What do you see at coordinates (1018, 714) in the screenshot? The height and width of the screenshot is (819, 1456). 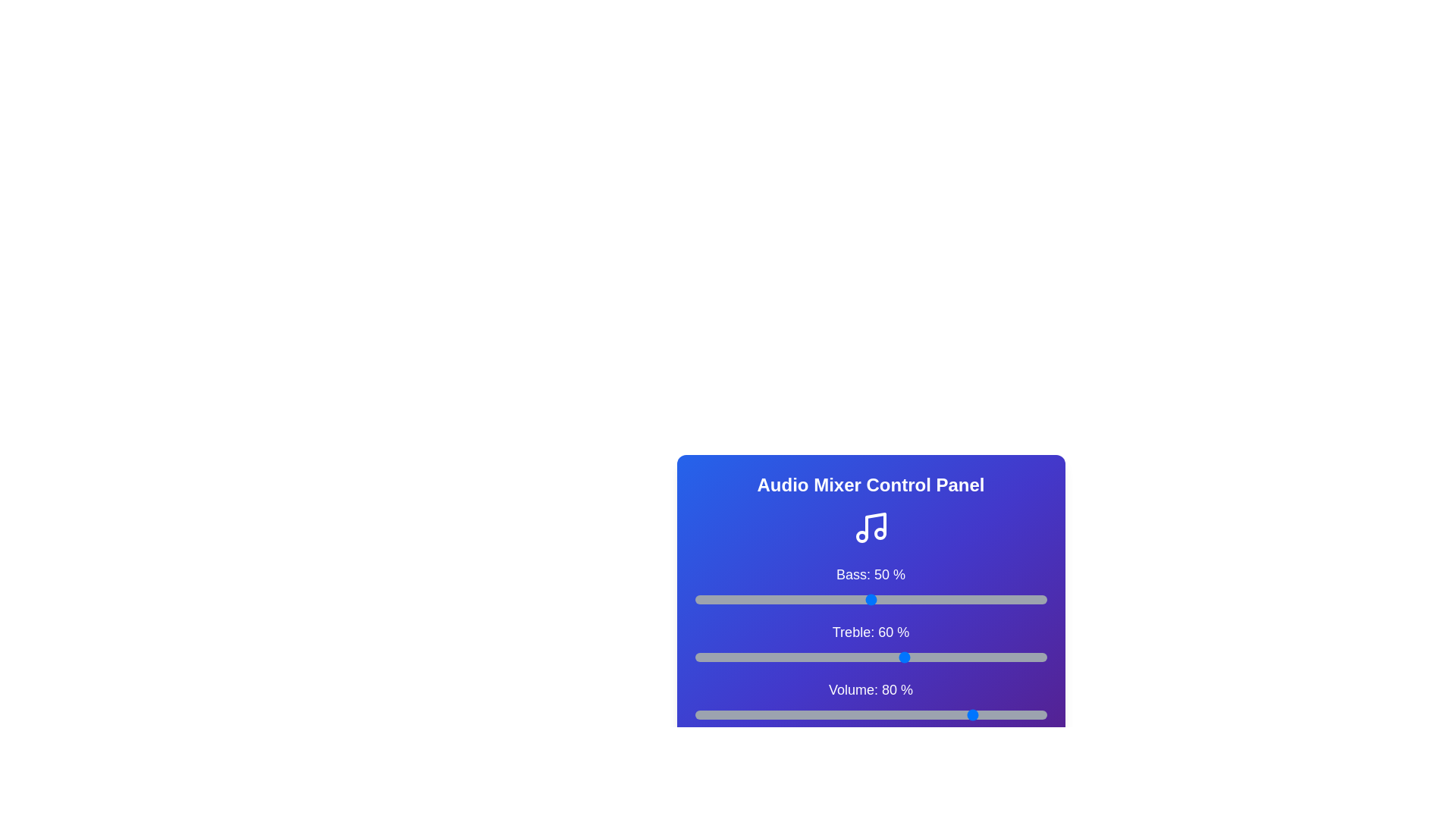 I see `the volume slider to 92%` at bounding box center [1018, 714].